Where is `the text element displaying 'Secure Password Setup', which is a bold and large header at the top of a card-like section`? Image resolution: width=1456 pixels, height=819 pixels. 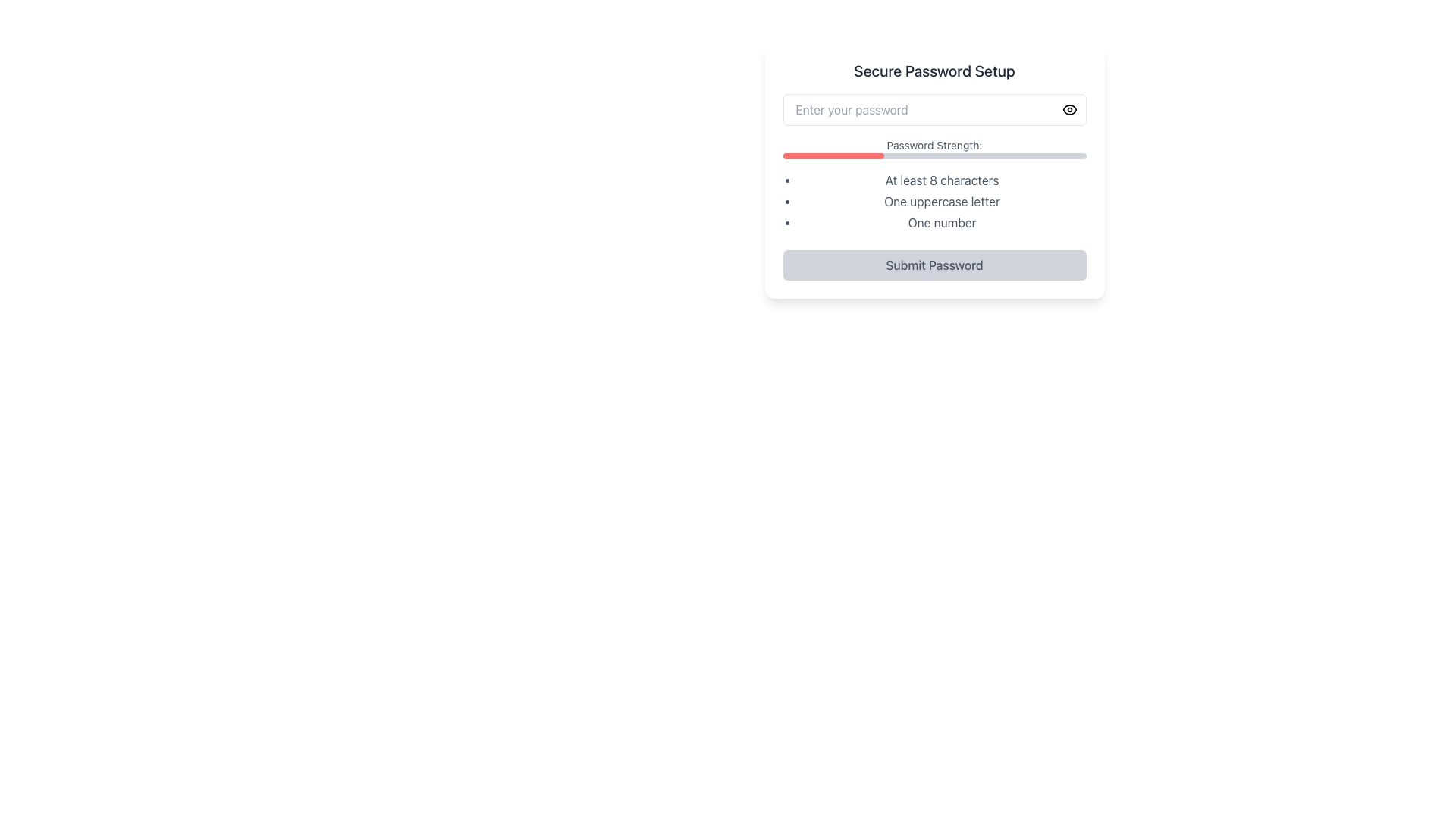 the text element displaying 'Secure Password Setup', which is a bold and large header at the top of a card-like section is located at coordinates (934, 71).